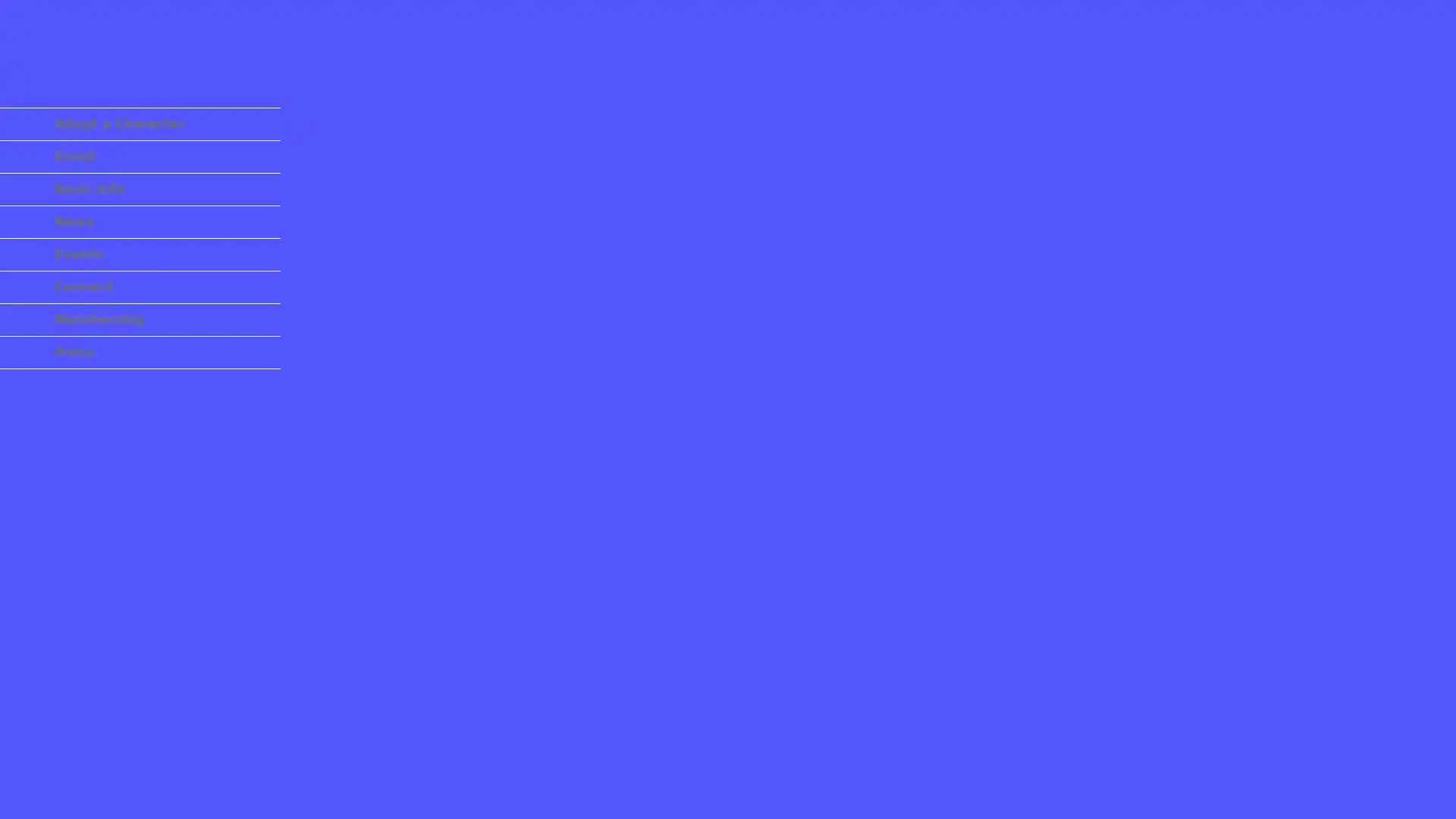 The image size is (1456, 819). Describe the element at coordinates (808, 171) in the screenshot. I see `U+0D14` at that location.